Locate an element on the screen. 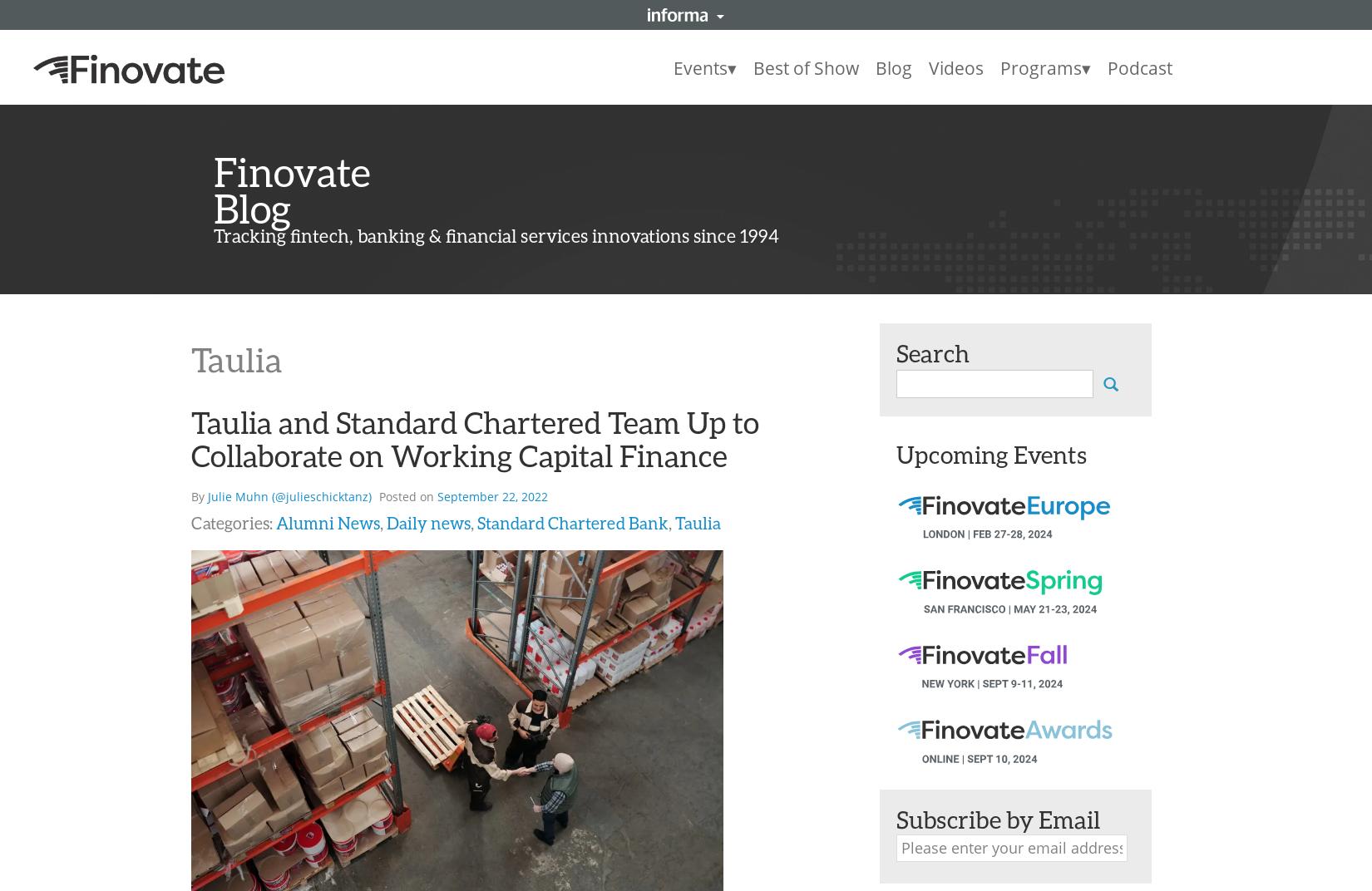 The width and height of the screenshot is (1372, 891). 'September 22, 2022' is located at coordinates (437, 495).